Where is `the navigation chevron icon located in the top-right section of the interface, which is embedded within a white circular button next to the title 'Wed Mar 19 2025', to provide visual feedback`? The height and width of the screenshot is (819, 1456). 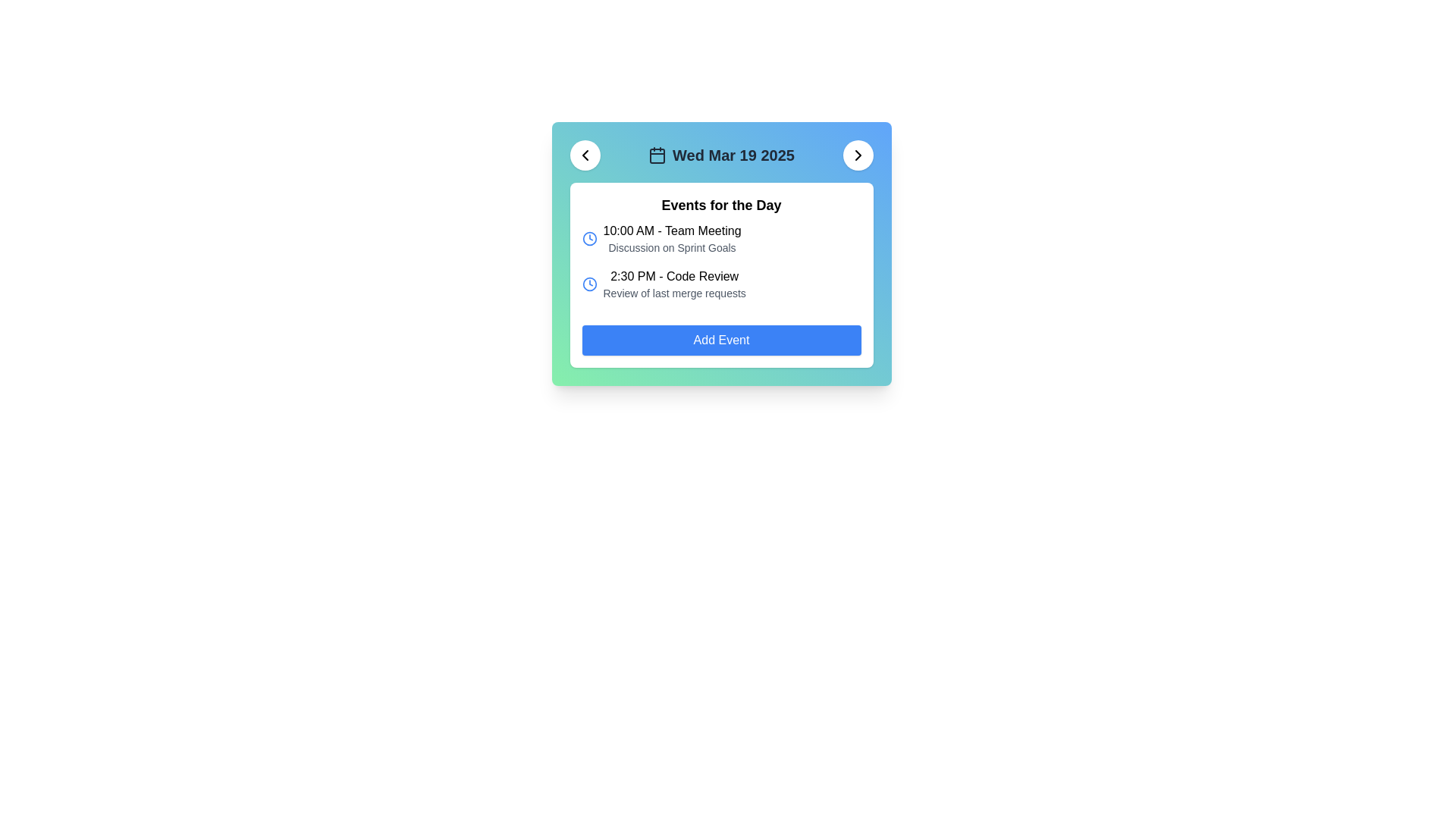
the navigation chevron icon located in the top-right section of the interface, which is embedded within a white circular button next to the title 'Wed Mar 19 2025', to provide visual feedback is located at coordinates (858, 155).